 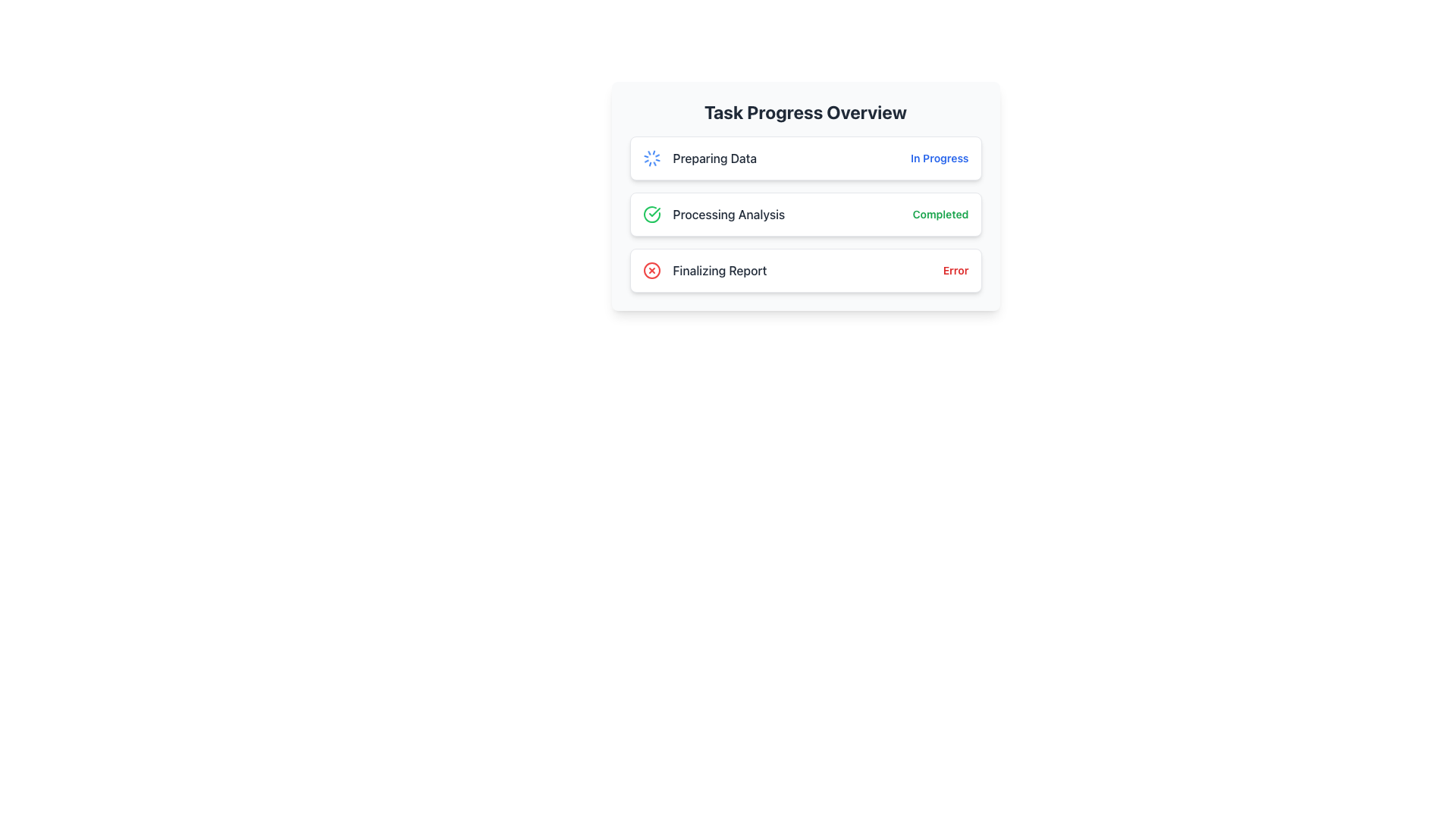 What do you see at coordinates (719, 270) in the screenshot?
I see `the Static Text element that describes the third task in the 'Task Progress Overview' list, positioned between an error status icon and an error status label` at bounding box center [719, 270].